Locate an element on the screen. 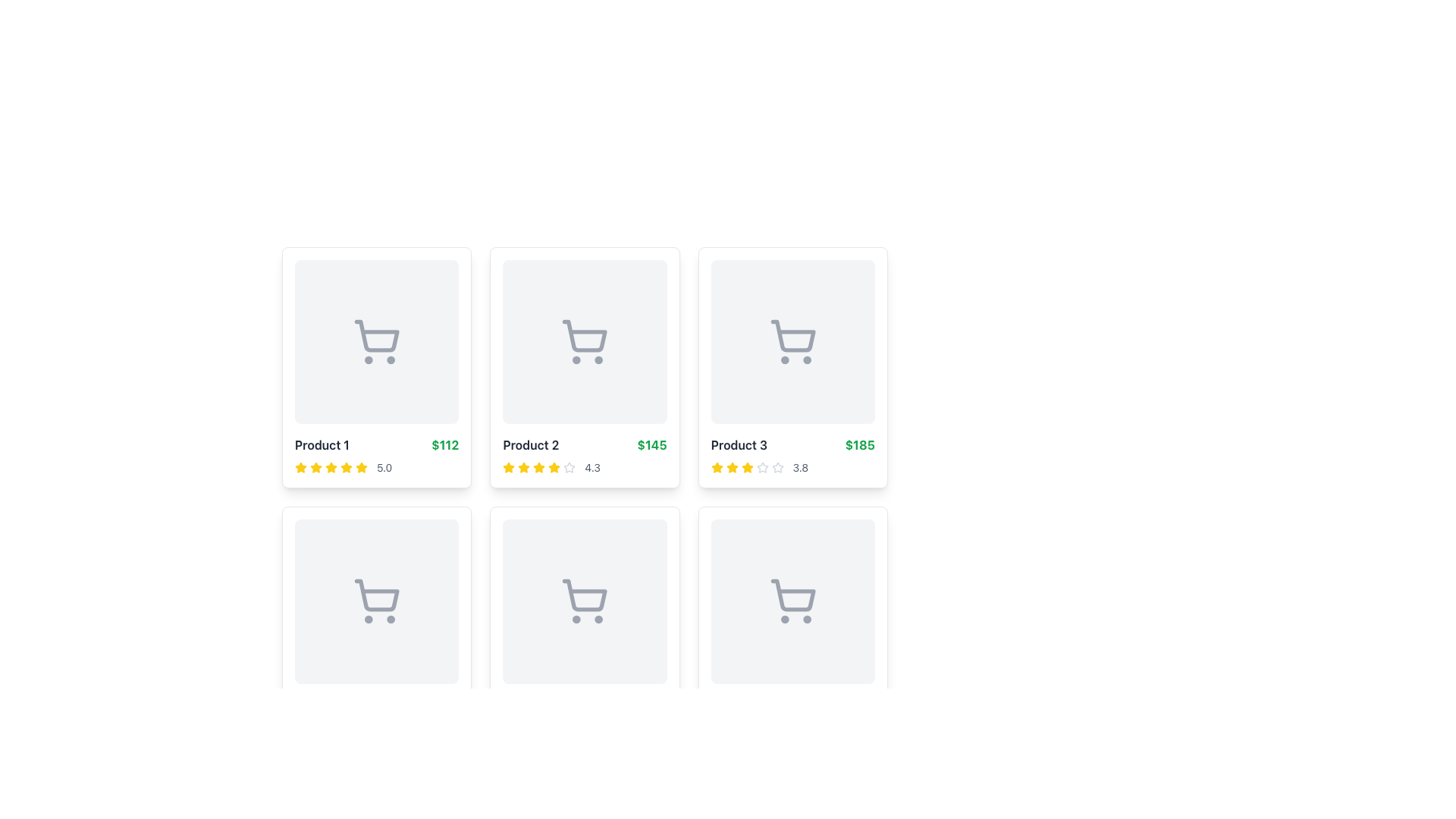 Image resolution: width=1456 pixels, height=819 pixels. the fifth bright yellow star icon indicating a rating in the third product card of a grid layout is located at coordinates (747, 467).